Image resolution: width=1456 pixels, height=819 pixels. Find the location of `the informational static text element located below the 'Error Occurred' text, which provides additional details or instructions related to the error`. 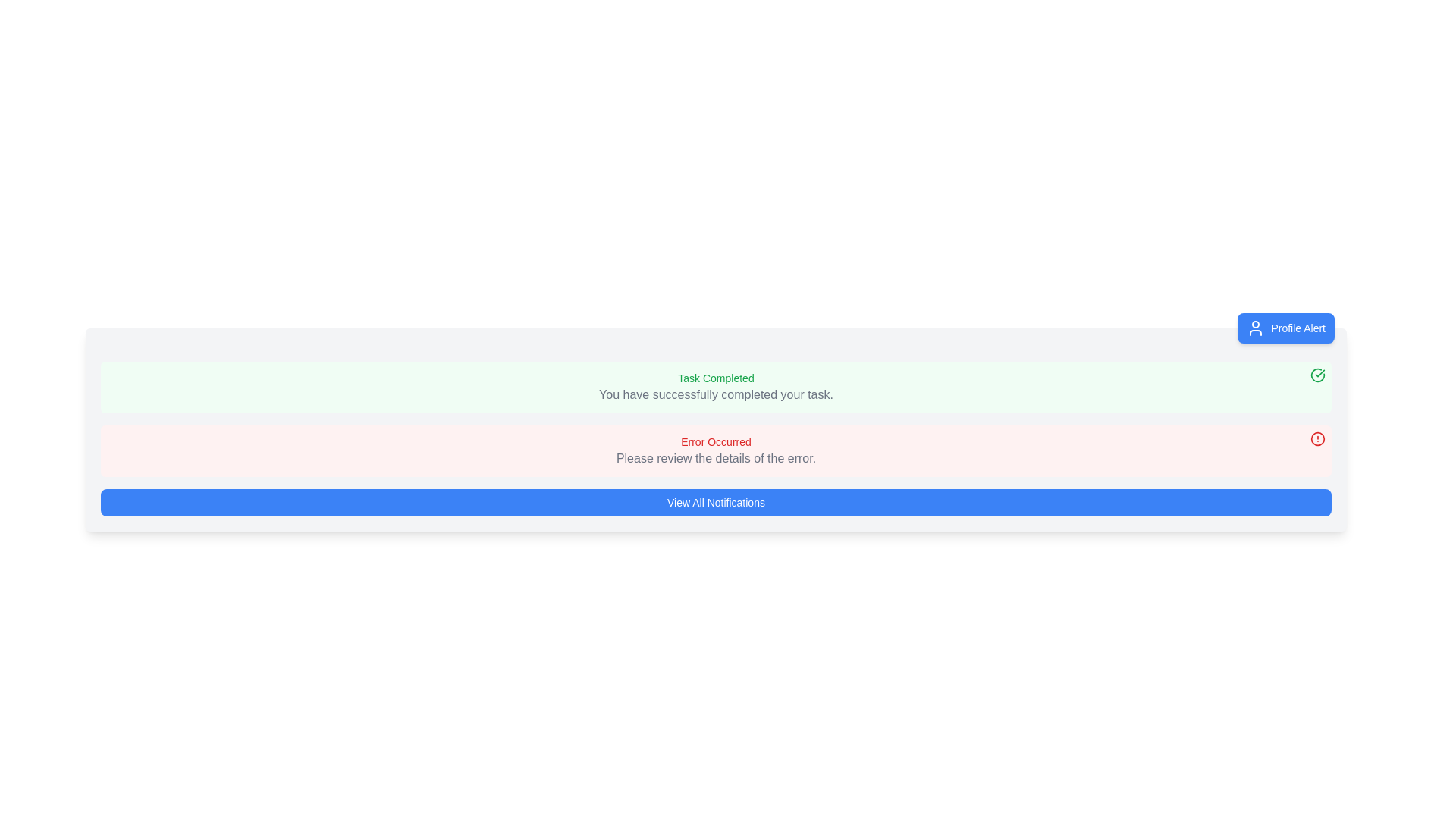

the informational static text element located below the 'Error Occurred' text, which provides additional details or instructions related to the error is located at coordinates (715, 458).